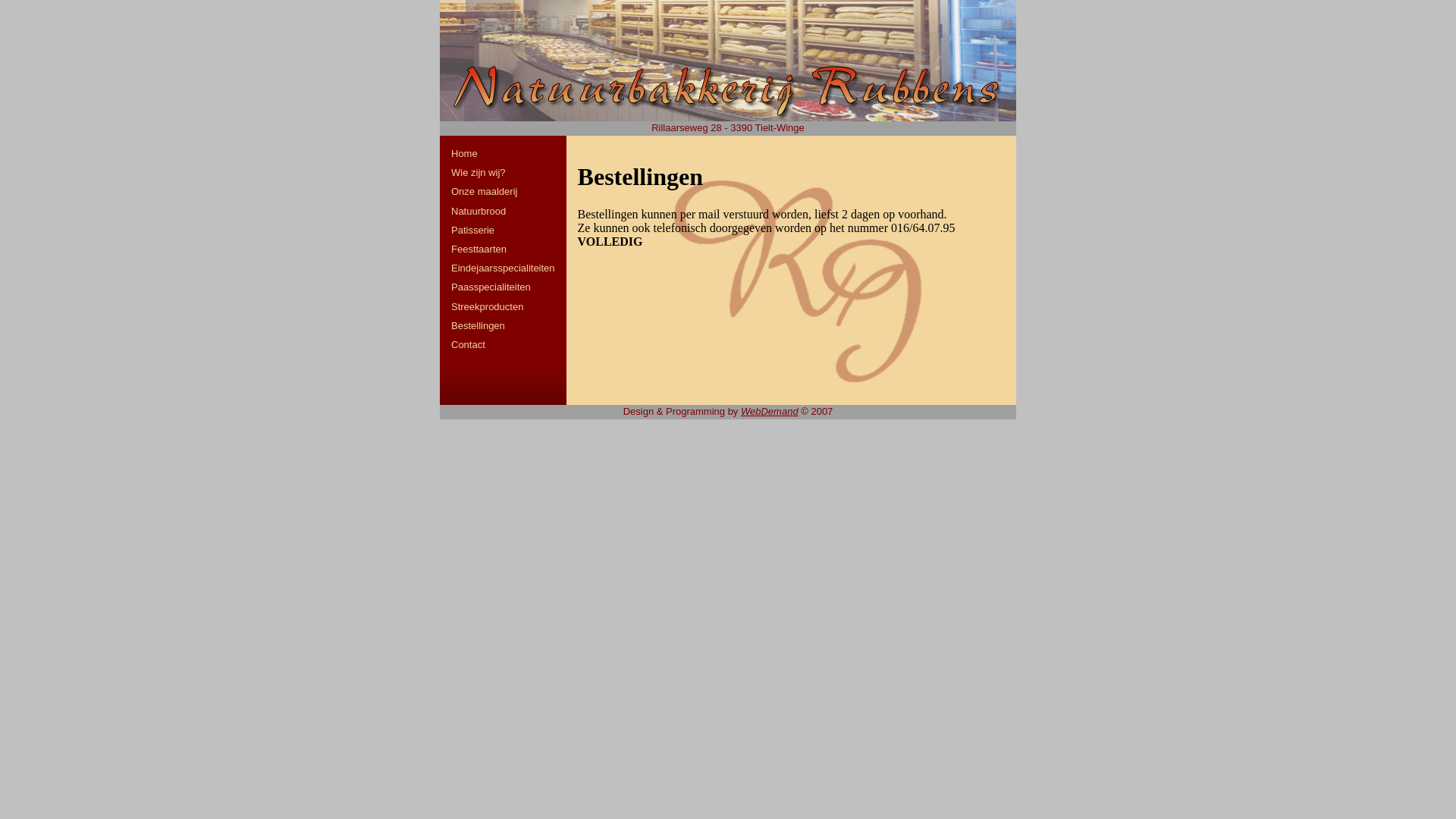  Describe the element at coordinates (487, 306) in the screenshot. I see `'Streekproducten'` at that location.